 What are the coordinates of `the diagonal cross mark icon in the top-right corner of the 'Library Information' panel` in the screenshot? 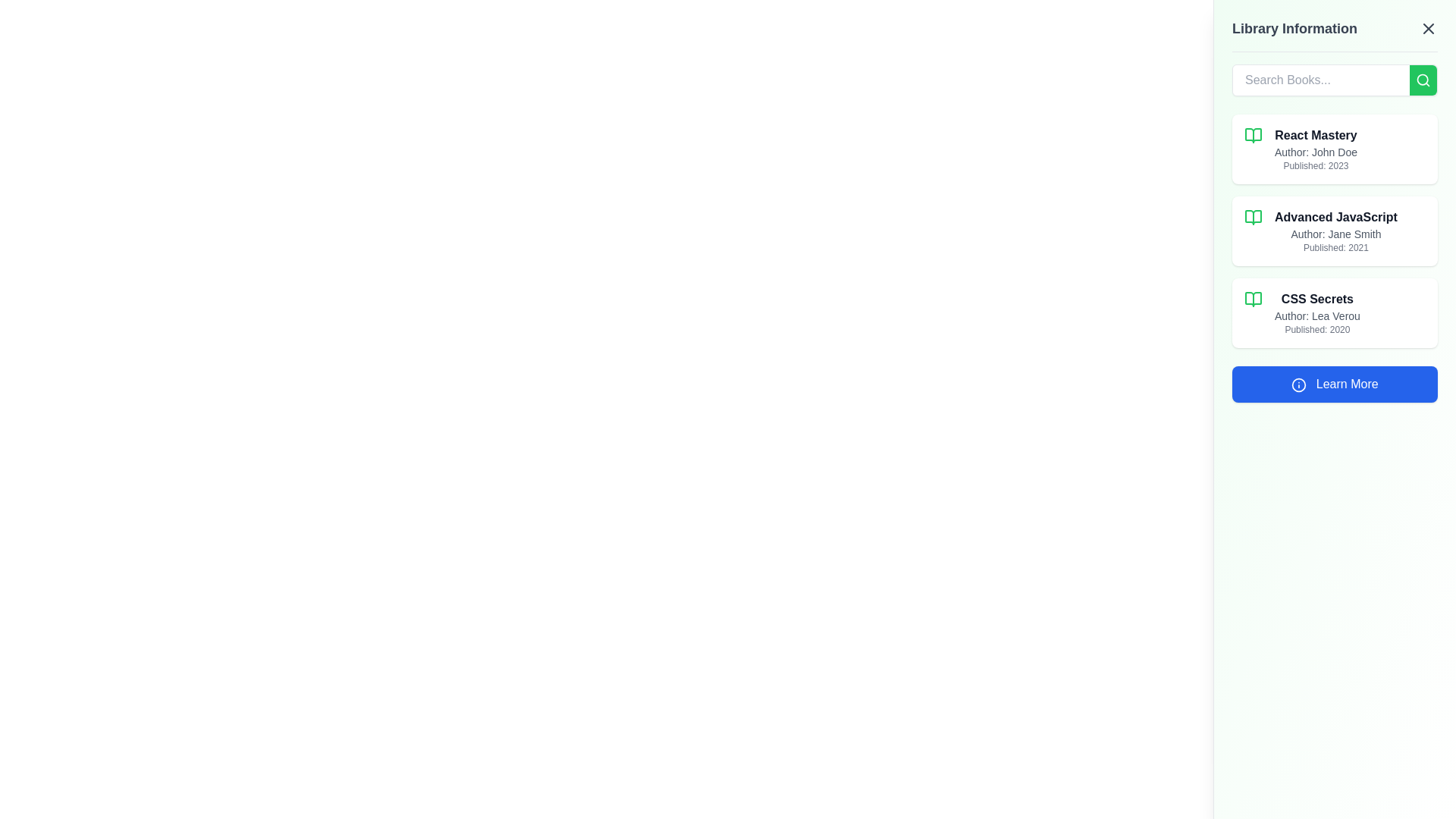 It's located at (1427, 29).